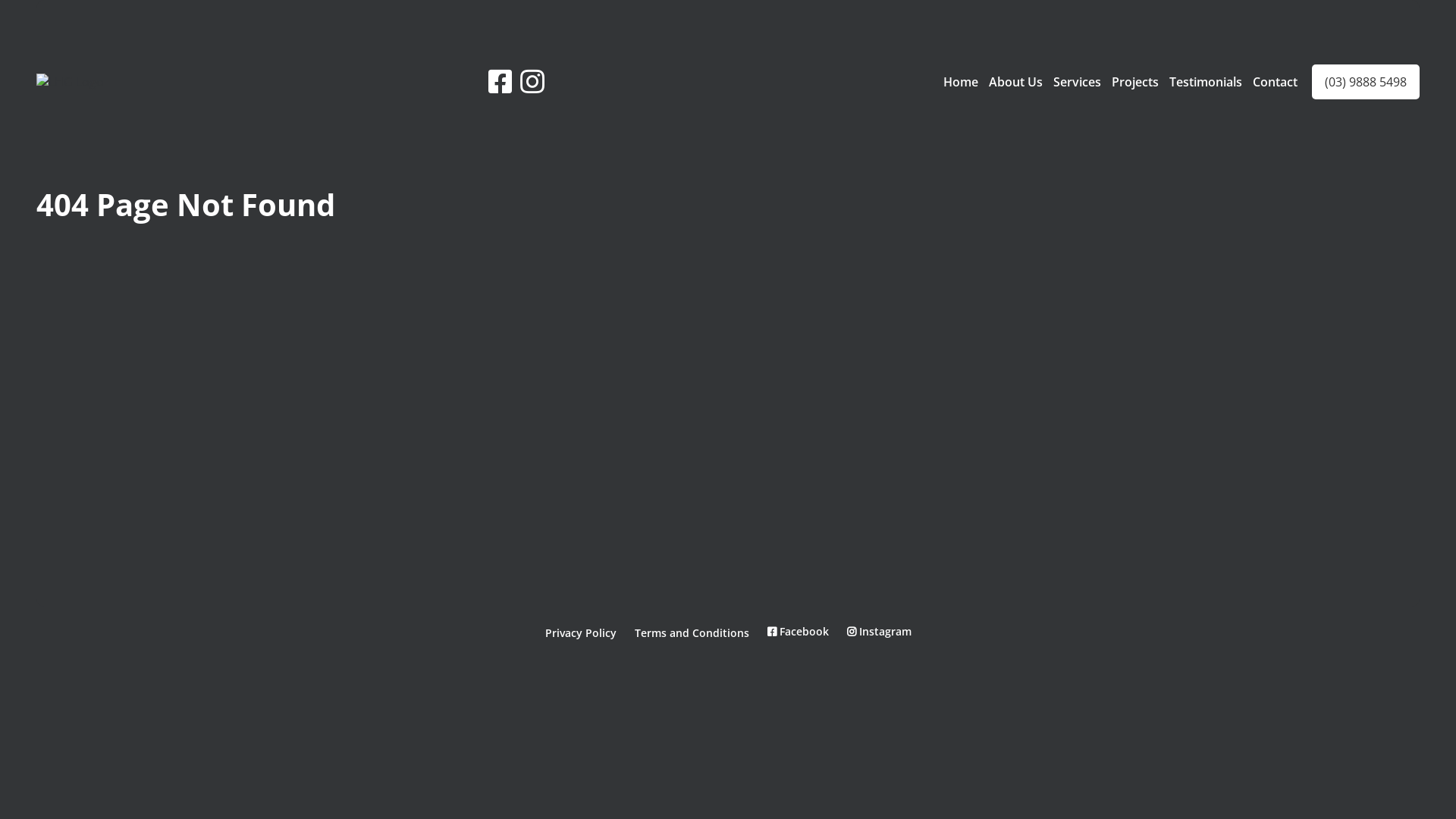  Describe the element at coordinates (1204, 81) in the screenshot. I see `'Testimonials'` at that location.